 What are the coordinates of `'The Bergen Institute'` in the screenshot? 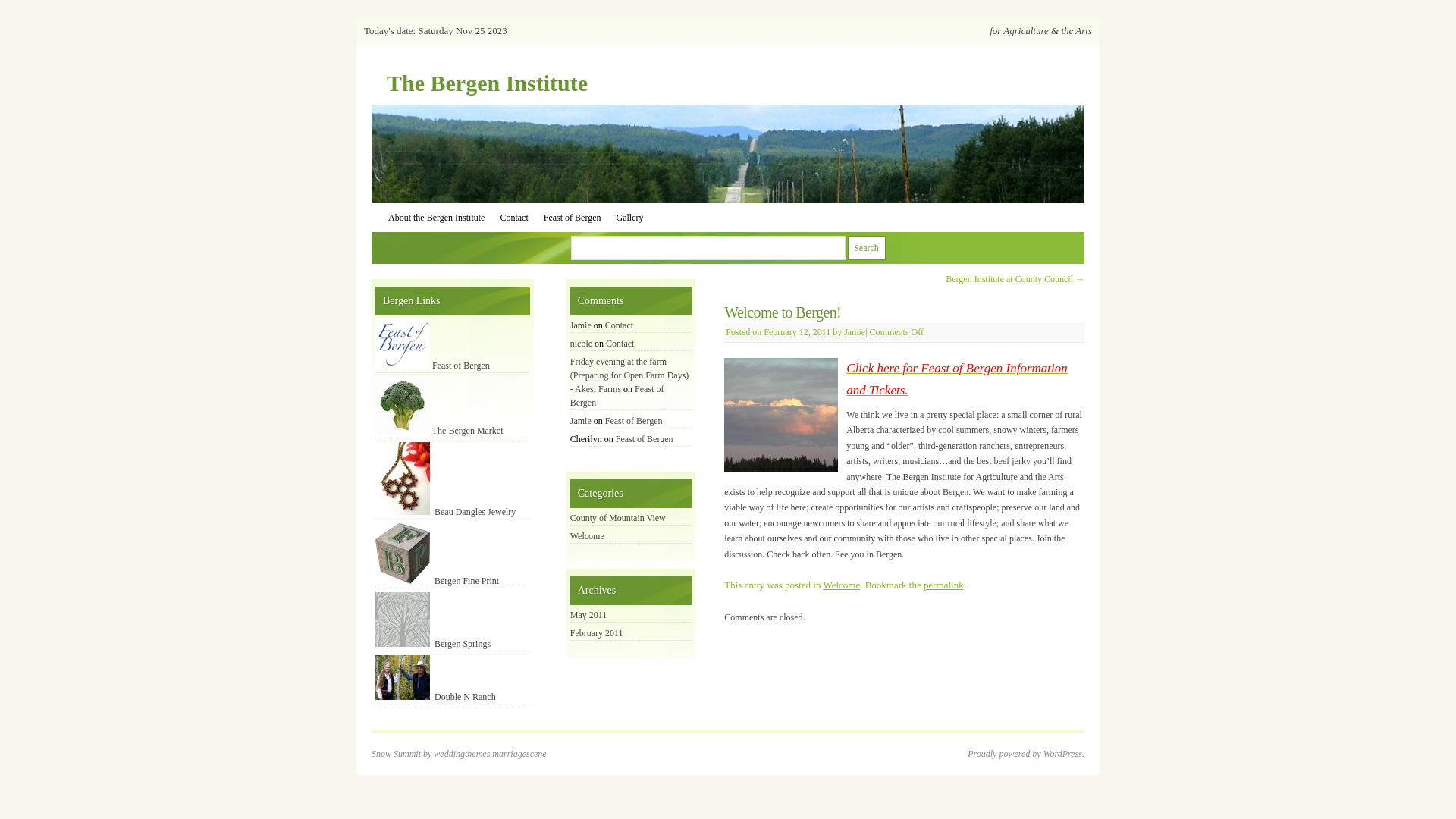 It's located at (487, 83).